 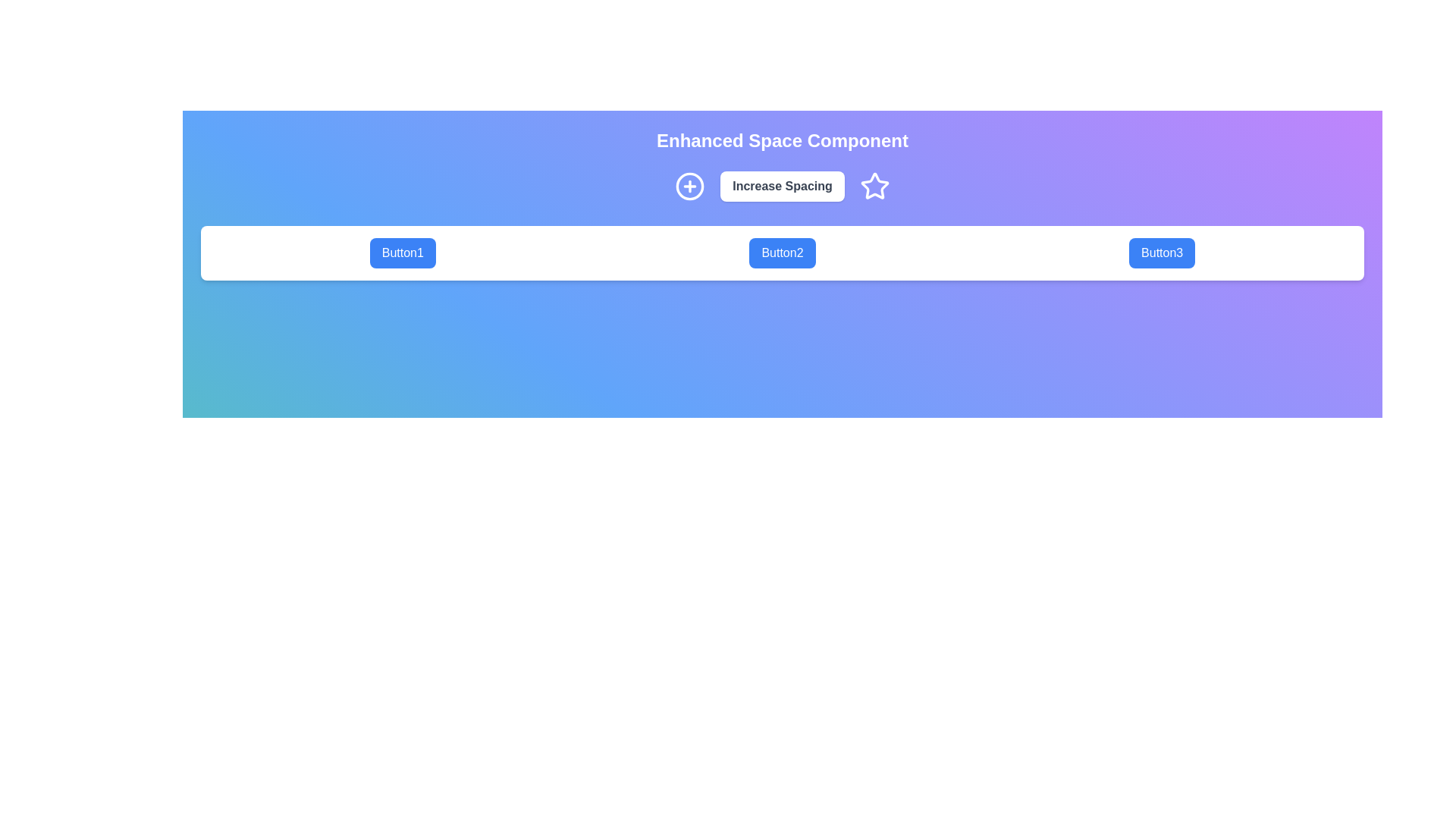 What do you see at coordinates (783, 186) in the screenshot?
I see `the button UI component that increases spacing, located centrally between a circular plus sign and a star icon` at bounding box center [783, 186].